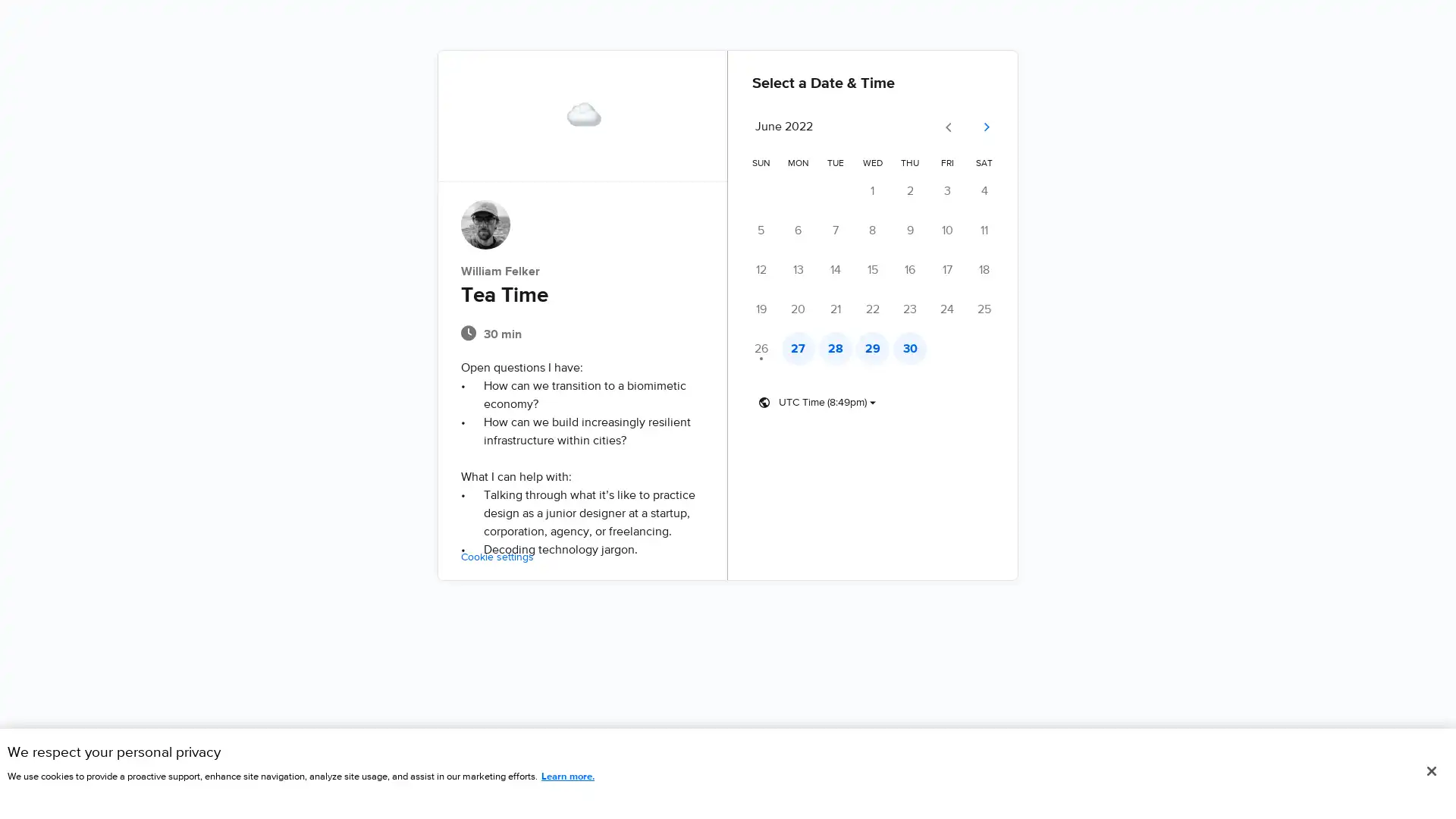 Image resolution: width=1456 pixels, height=819 pixels. Describe the element at coordinates (917, 348) in the screenshot. I see `Thursday, June 30 - Times available` at that location.